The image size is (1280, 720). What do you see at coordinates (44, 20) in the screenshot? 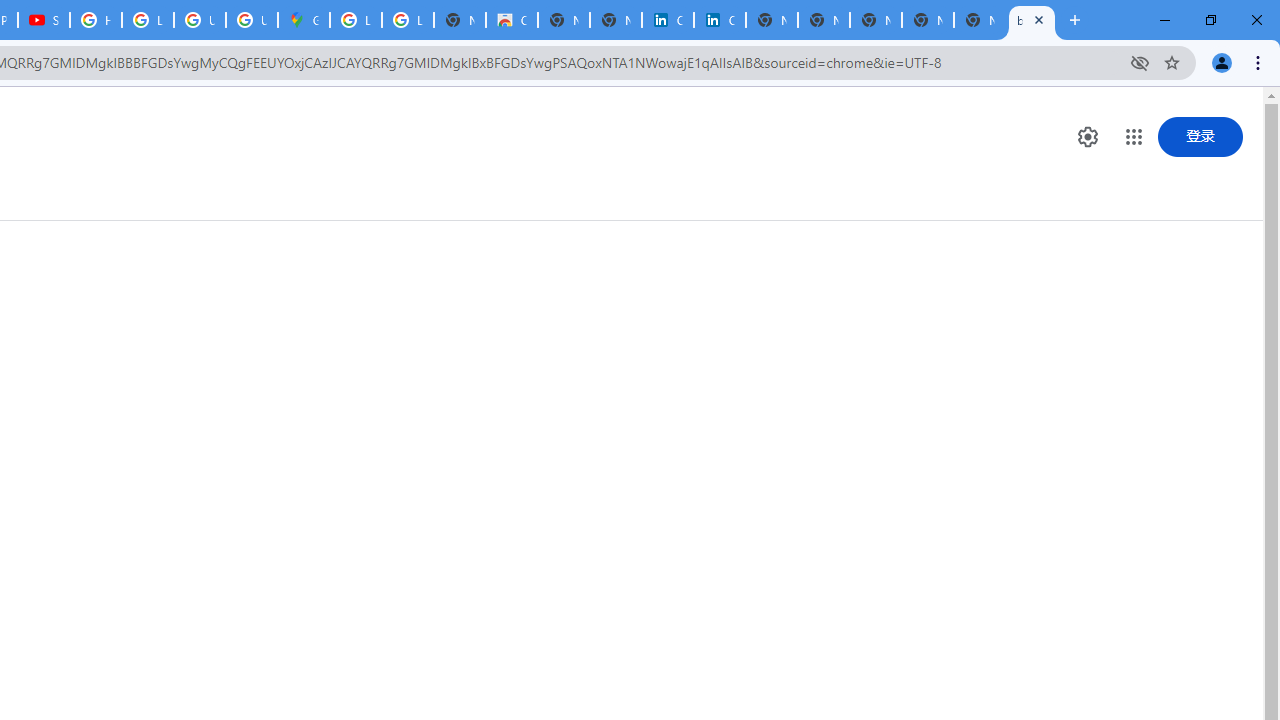
I see `'Subscriptions - YouTube'` at bounding box center [44, 20].